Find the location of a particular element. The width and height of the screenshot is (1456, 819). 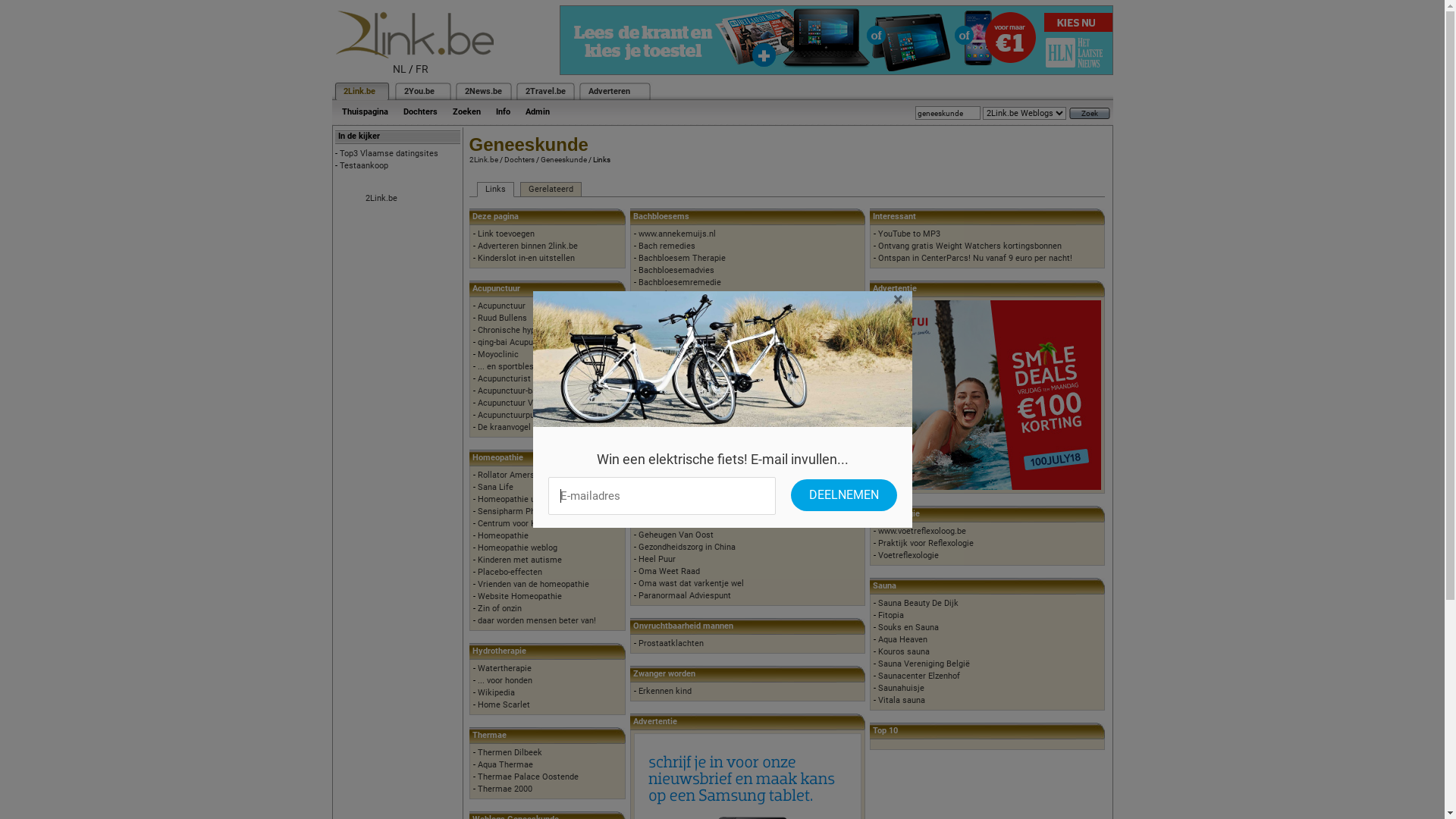

'qing-bai Acupunctuur' is located at coordinates (517, 342).